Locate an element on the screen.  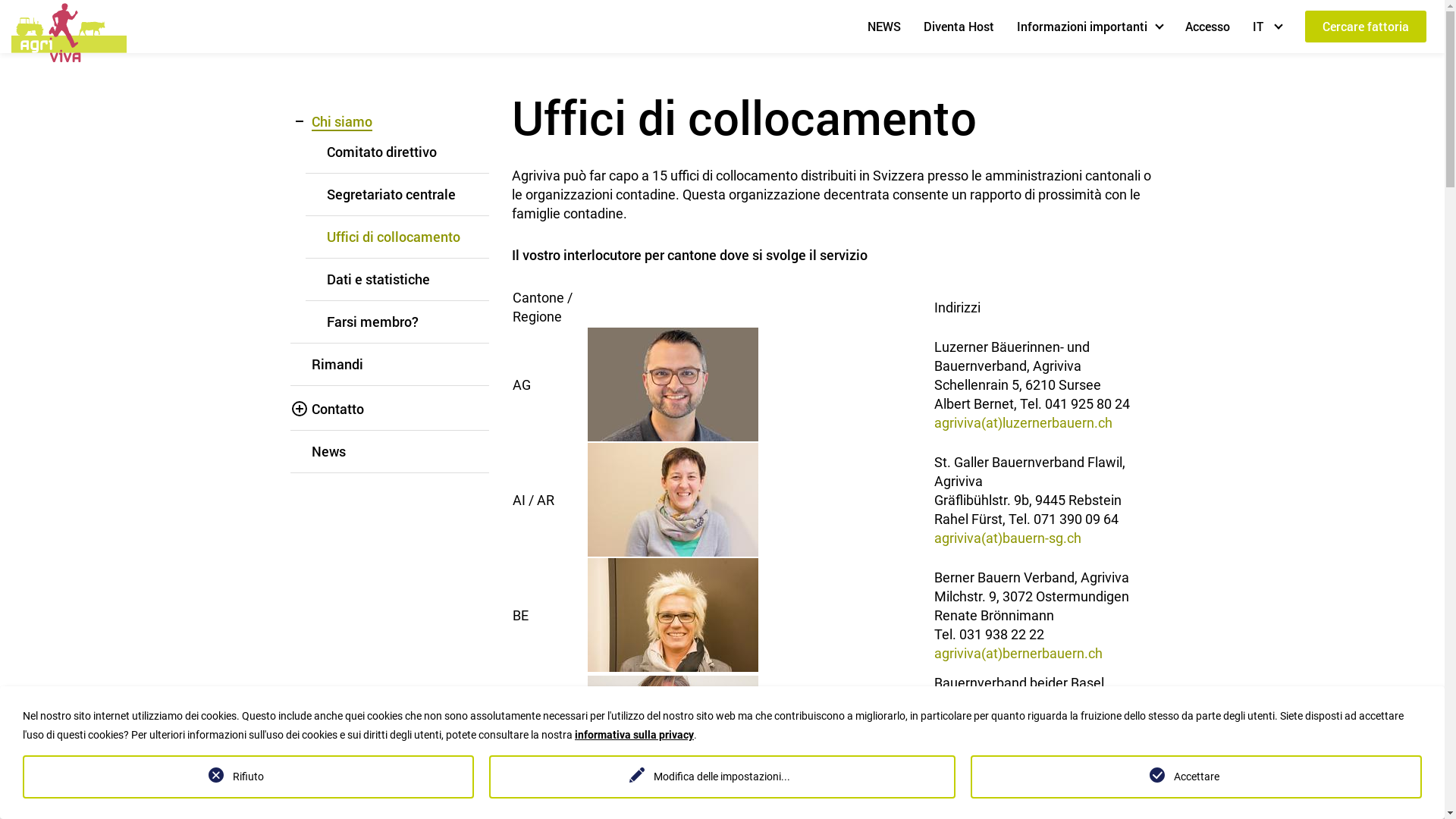
'IT' is located at coordinates (1246, 26).